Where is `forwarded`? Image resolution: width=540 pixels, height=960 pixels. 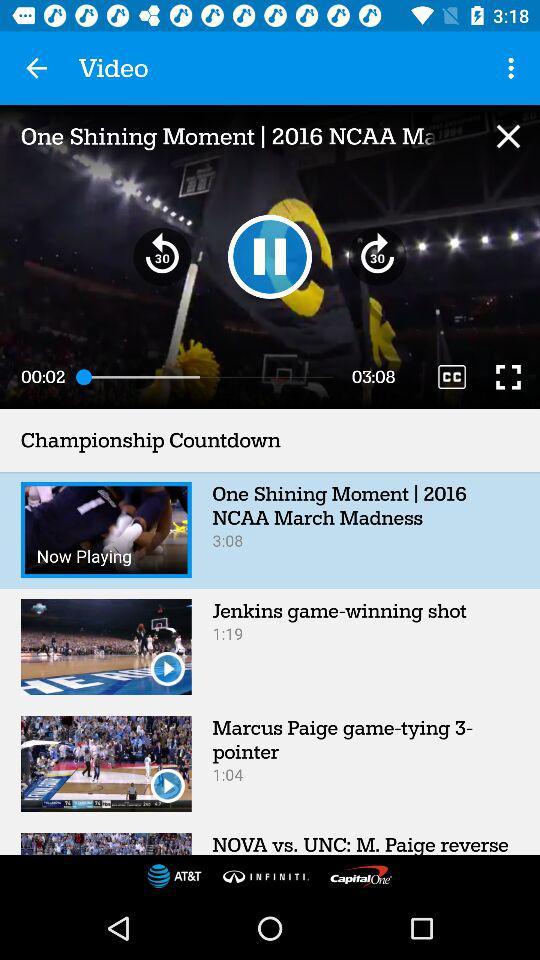 forwarded is located at coordinates (377, 255).